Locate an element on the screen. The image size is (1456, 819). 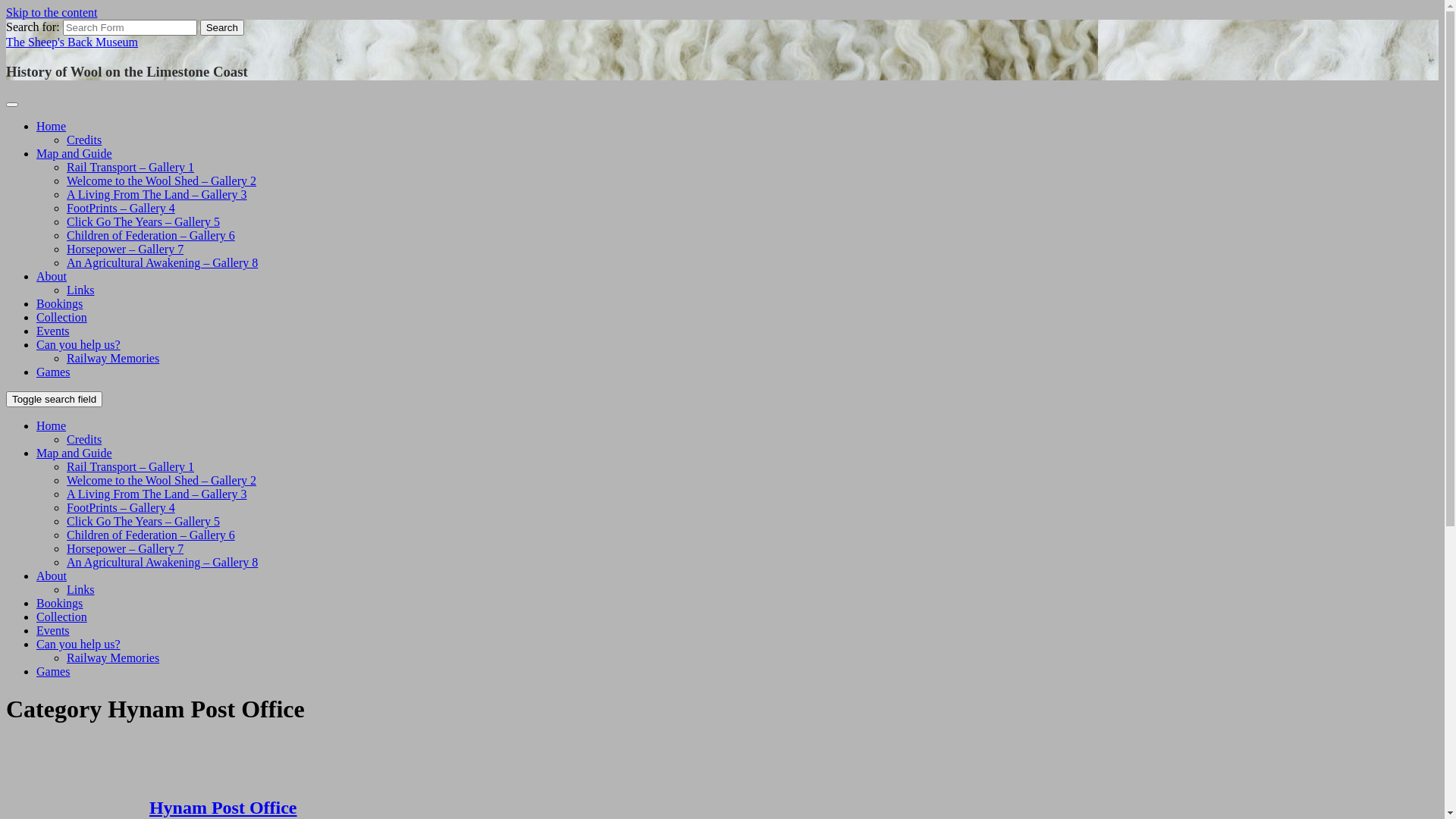
'Events' is located at coordinates (53, 330).